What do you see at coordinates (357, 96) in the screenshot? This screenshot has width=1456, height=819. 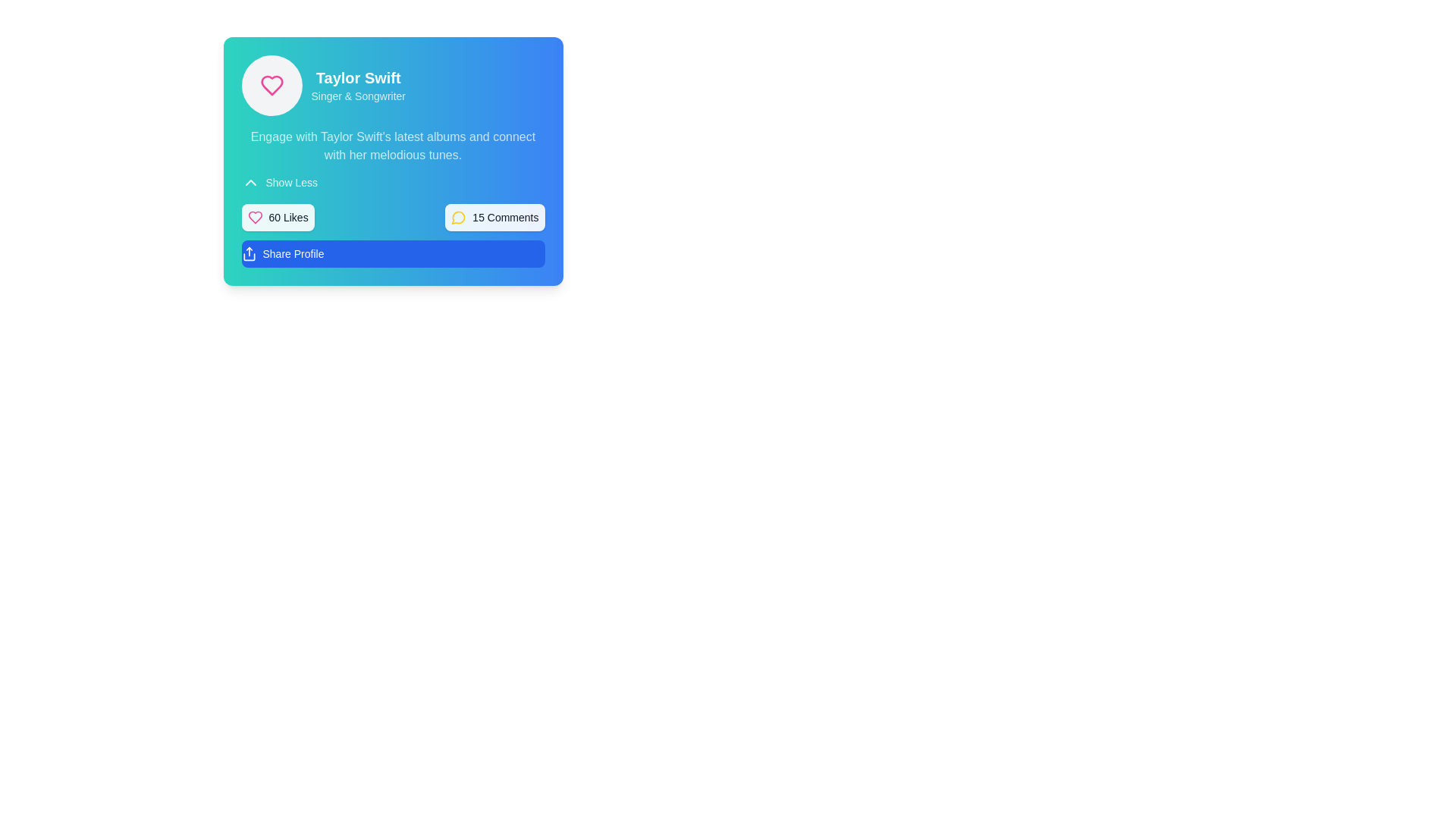 I see `text label displaying 'Singer & Songwriter', which is located below the text 'Taylor Swift' in a card-like interface` at bounding box center [357, 96].